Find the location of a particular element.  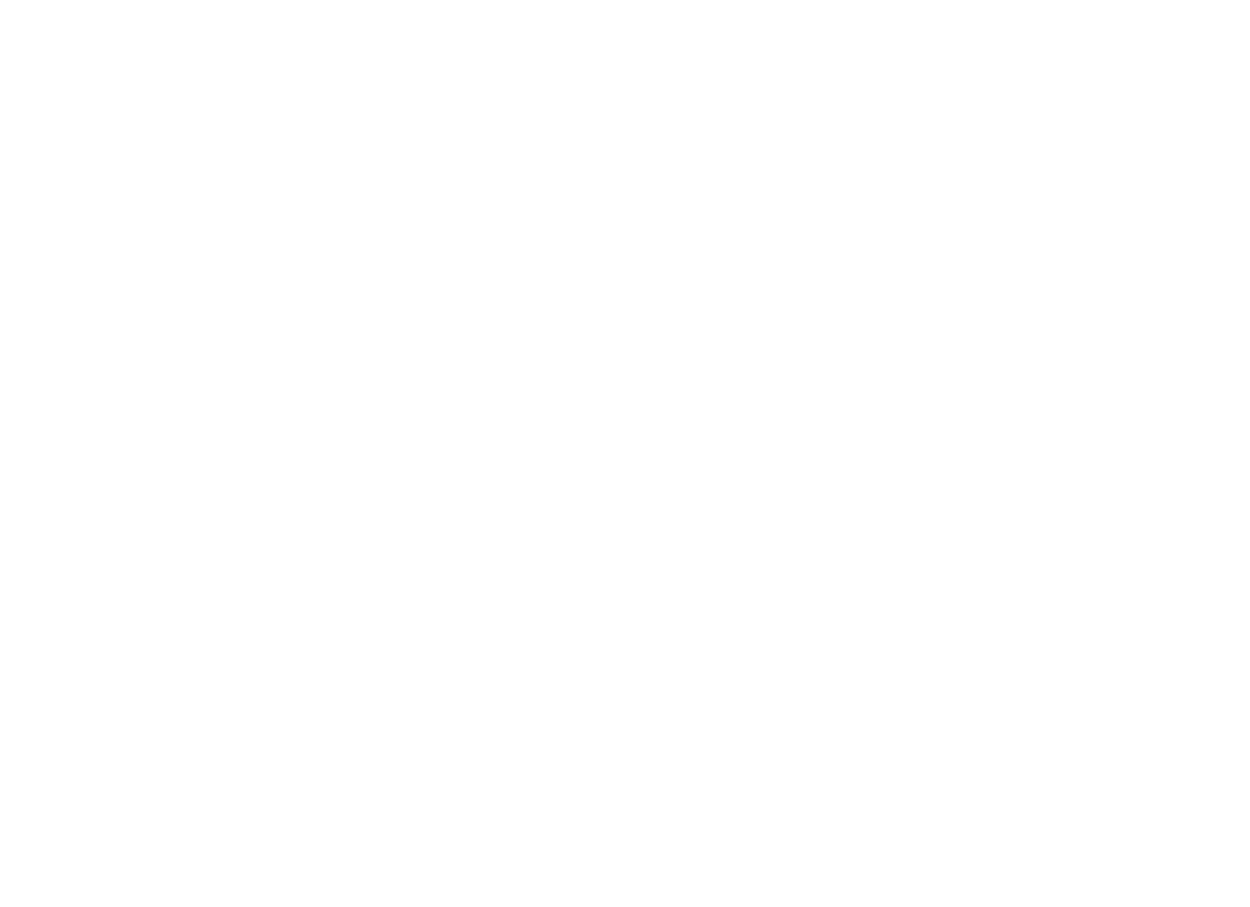

'2023 NATM Vendor Conference Gathers Leaders From Largest Global Retailers' is located at coordinates (827, 574).